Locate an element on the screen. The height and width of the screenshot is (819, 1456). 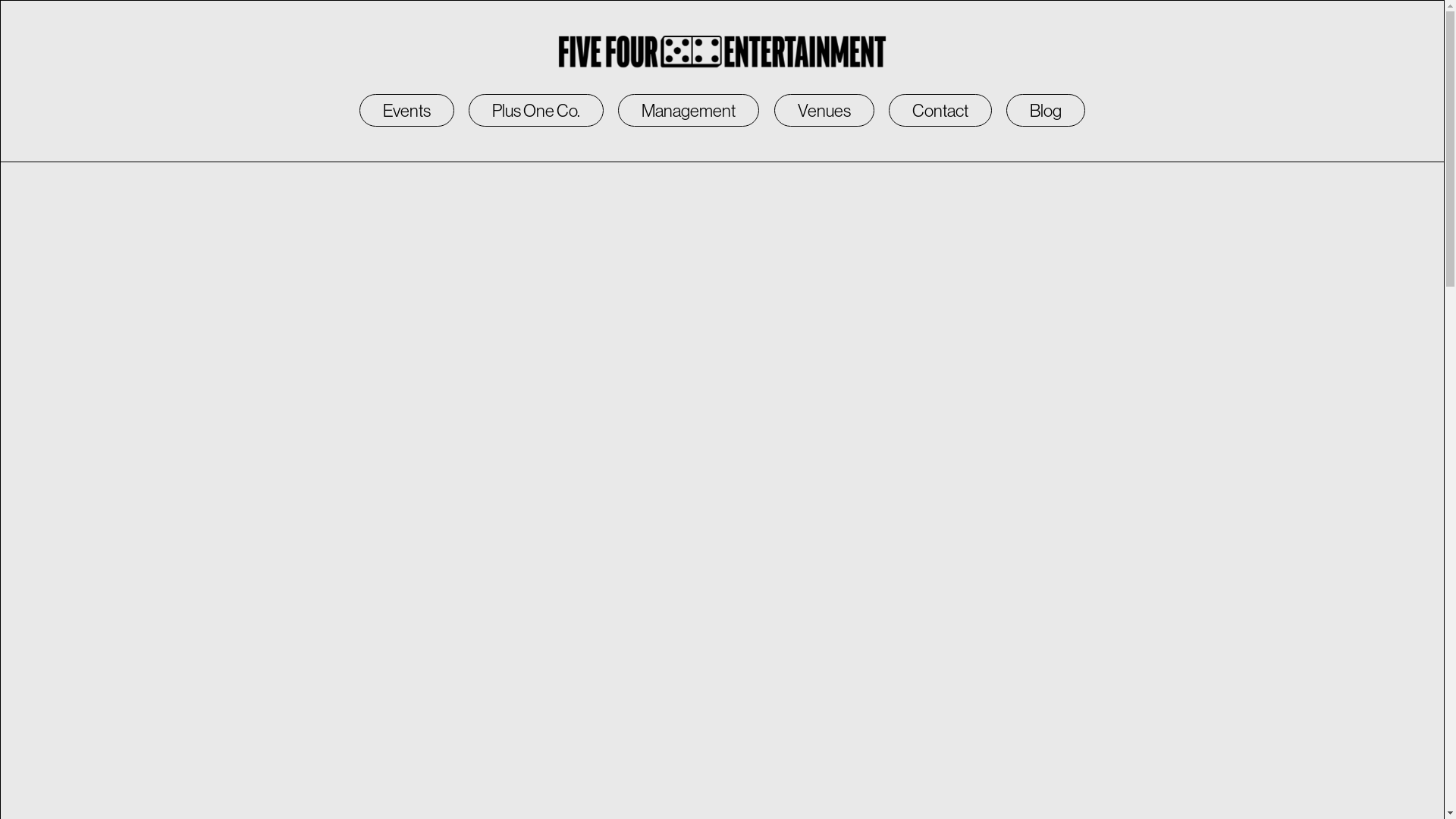
'Blog' is located at coordinates (1044, 110).